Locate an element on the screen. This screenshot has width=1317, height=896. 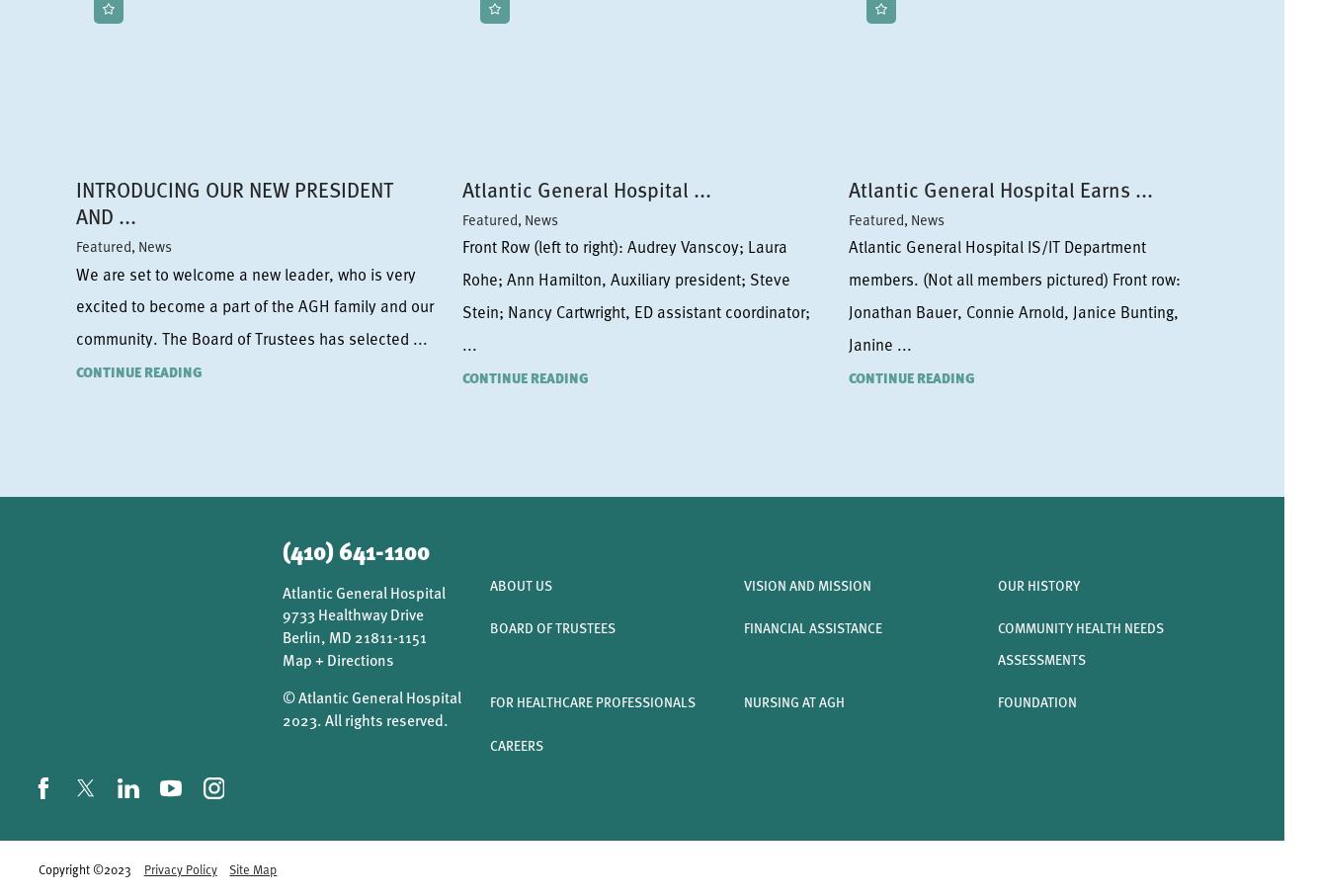
'Atlantic General Hospital IS/IT Department members. (Not all members pictured) Front row: Jonathan Bauer, Connie Arnold, Janice Bunting, Janine ...' is located at coordinates (1014, 294).